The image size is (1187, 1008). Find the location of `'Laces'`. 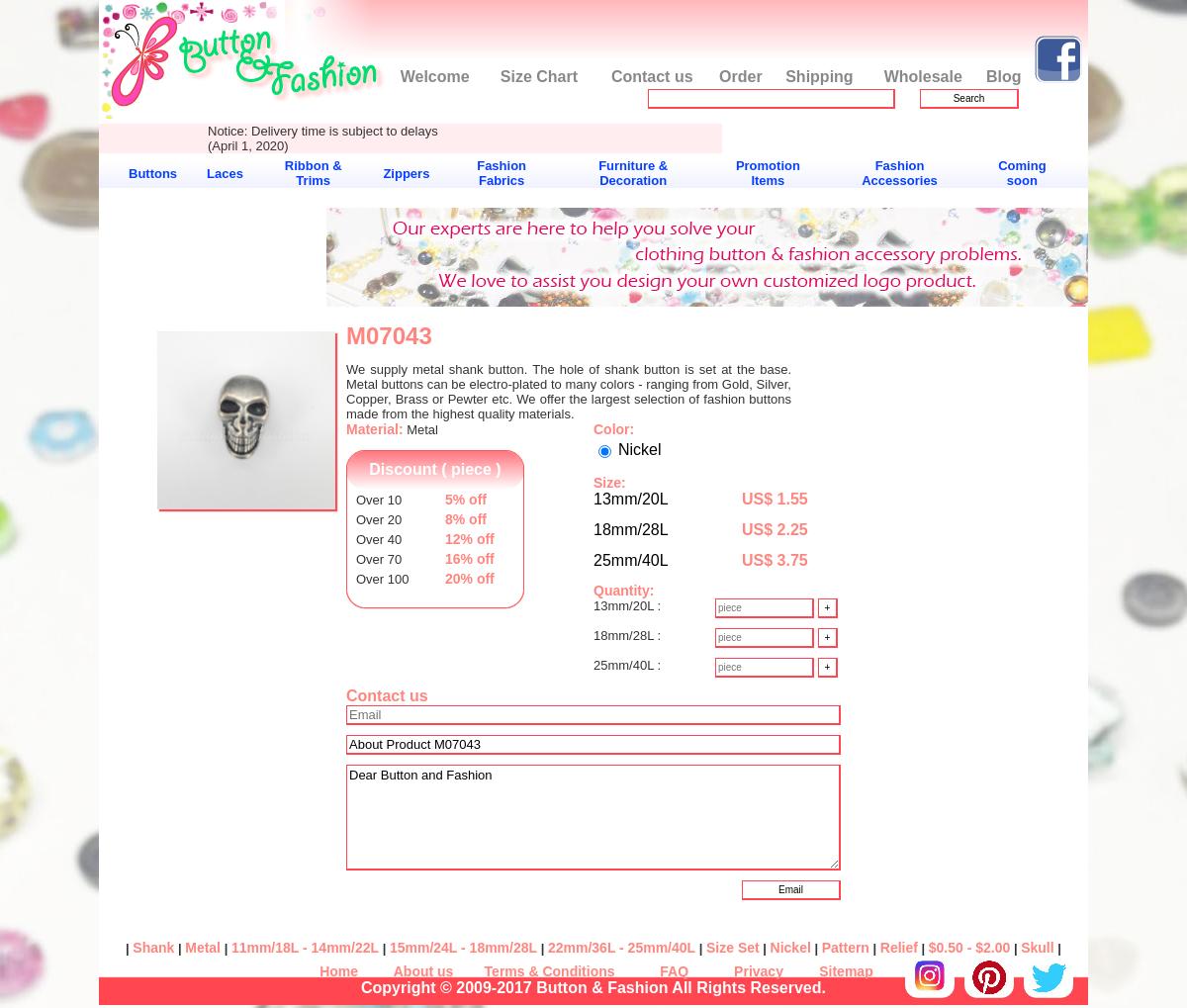

'Laces' is located at coordinates (224, 172).